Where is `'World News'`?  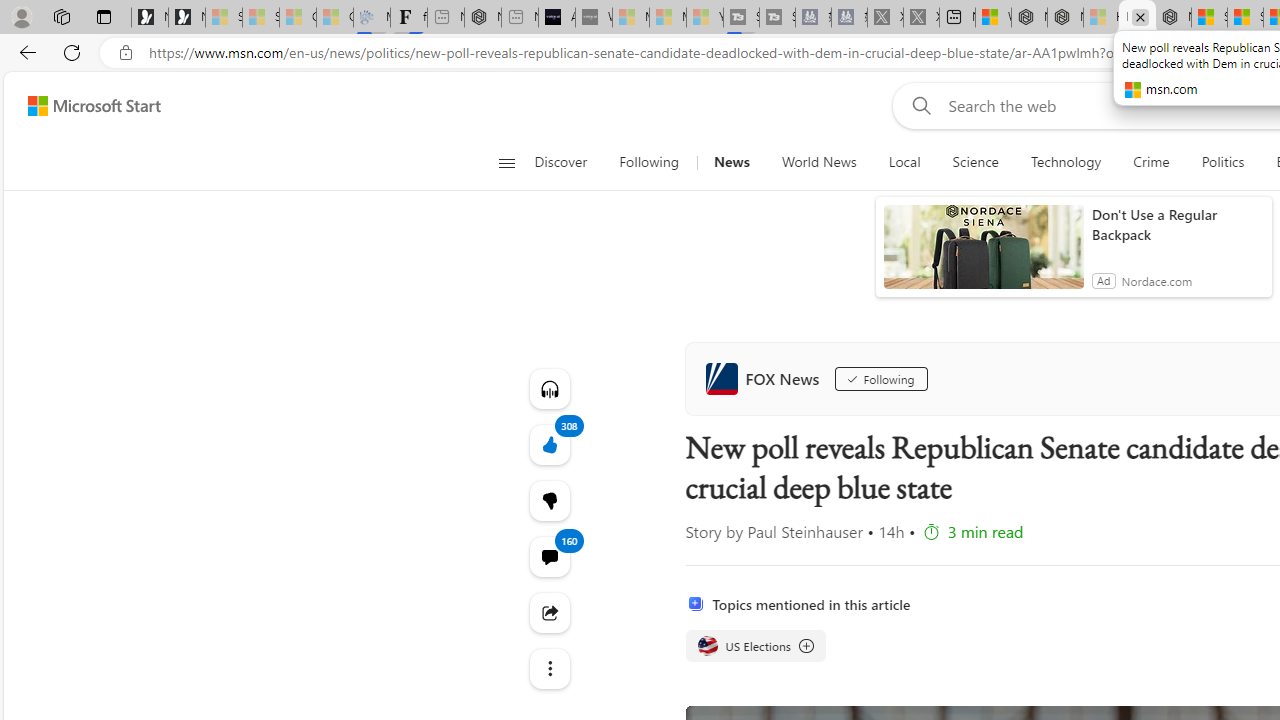 'World News' is located at coordinates (819, 162).